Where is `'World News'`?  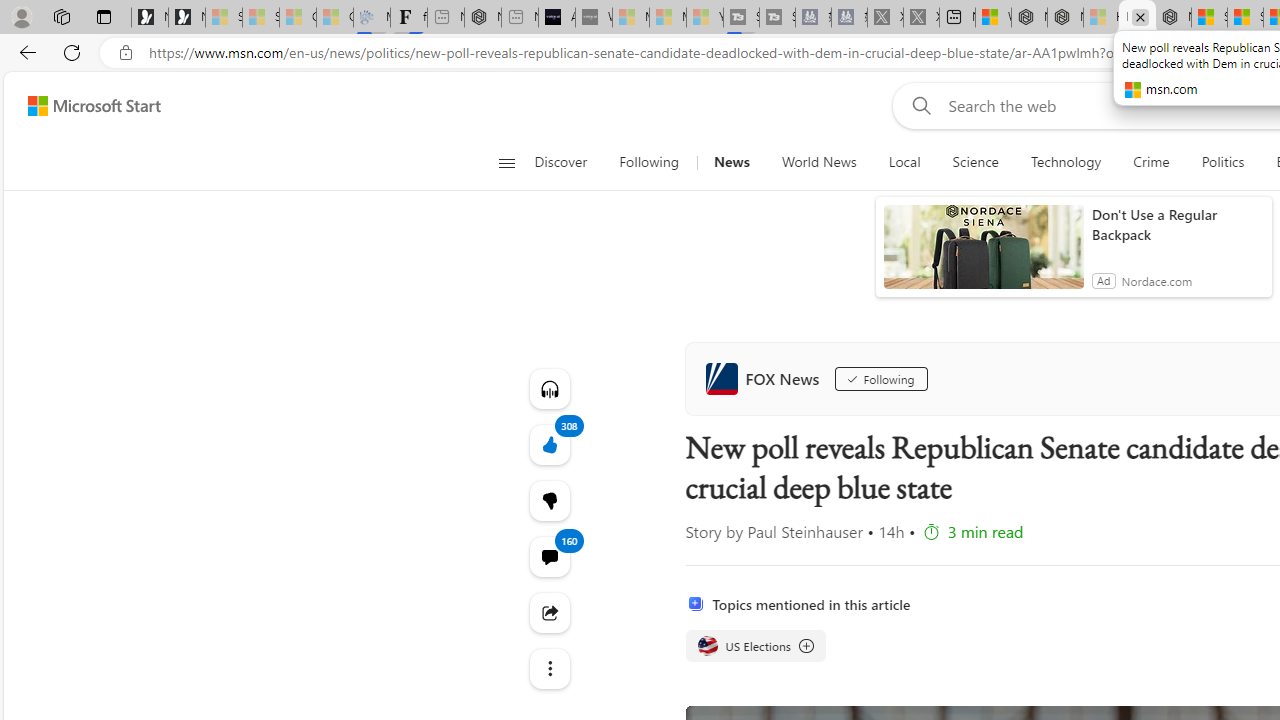 'World News' is located at coordinates (819, 162).